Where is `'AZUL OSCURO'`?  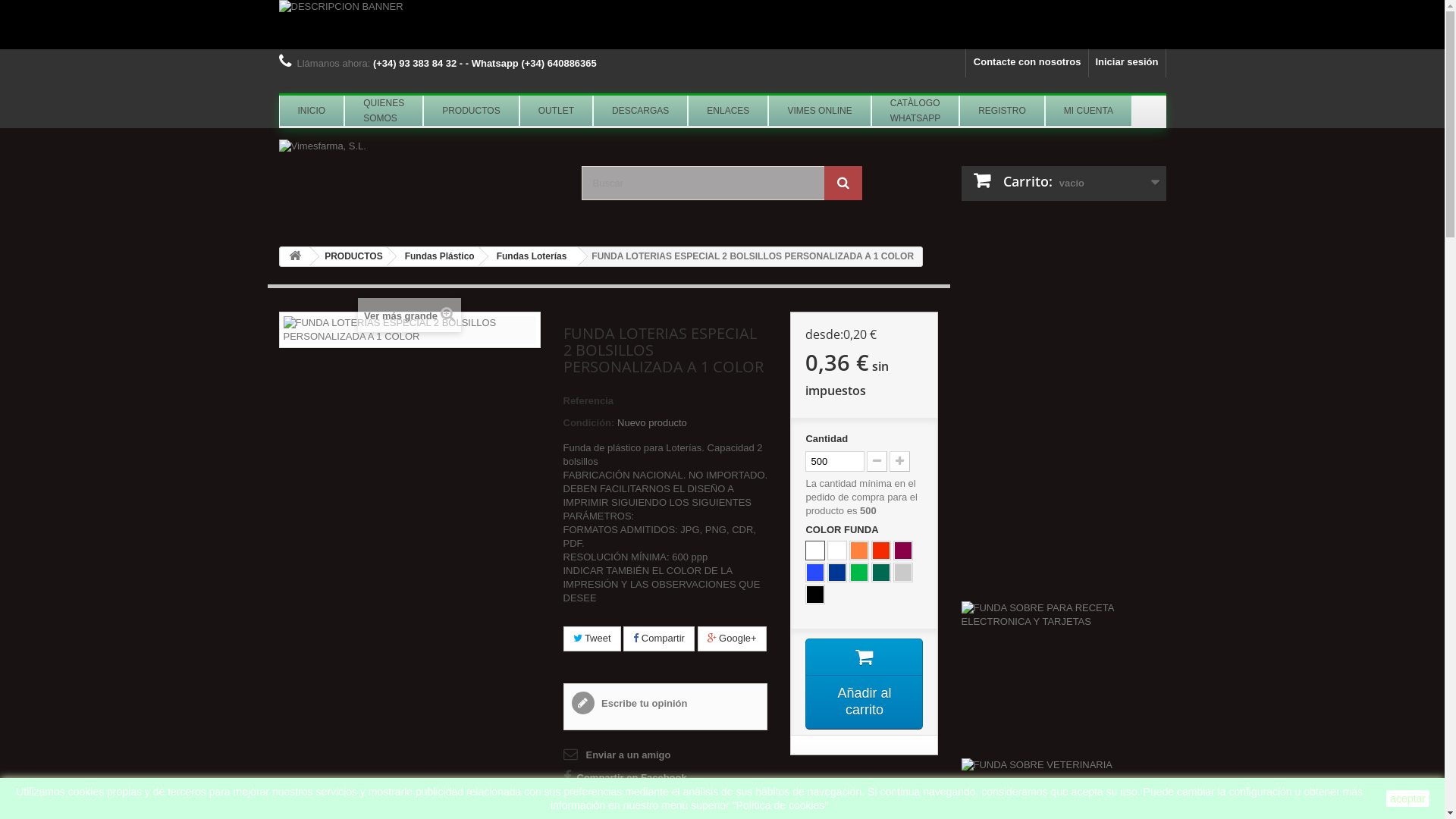 'AZUL OSCURO' is located at coordinates (836, 573).